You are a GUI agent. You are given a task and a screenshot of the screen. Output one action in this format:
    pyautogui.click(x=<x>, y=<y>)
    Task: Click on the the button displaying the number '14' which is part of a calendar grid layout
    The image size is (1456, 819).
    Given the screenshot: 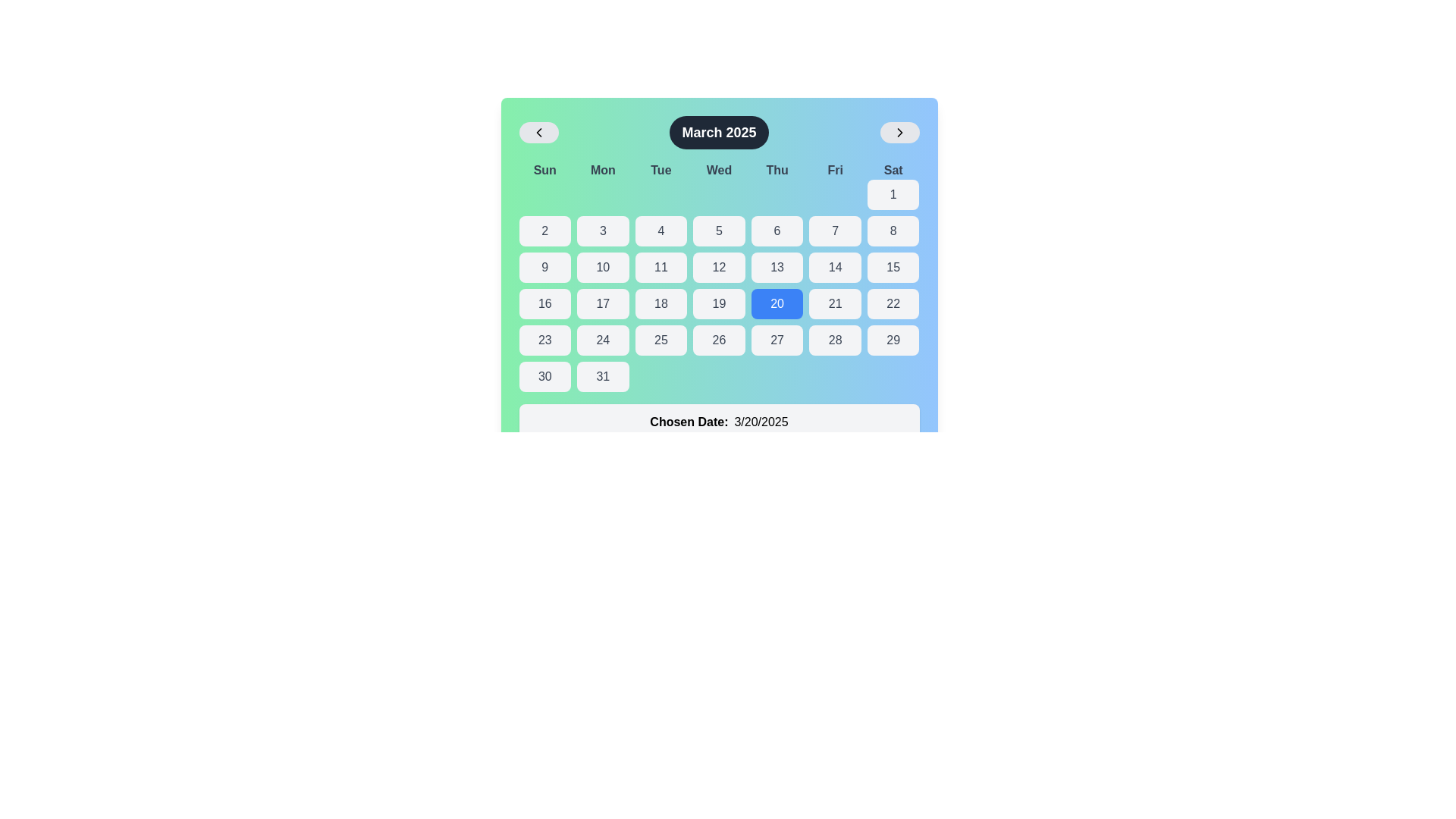 What is the action you would take?
    pyautogui.click(x=834, y=267)
    